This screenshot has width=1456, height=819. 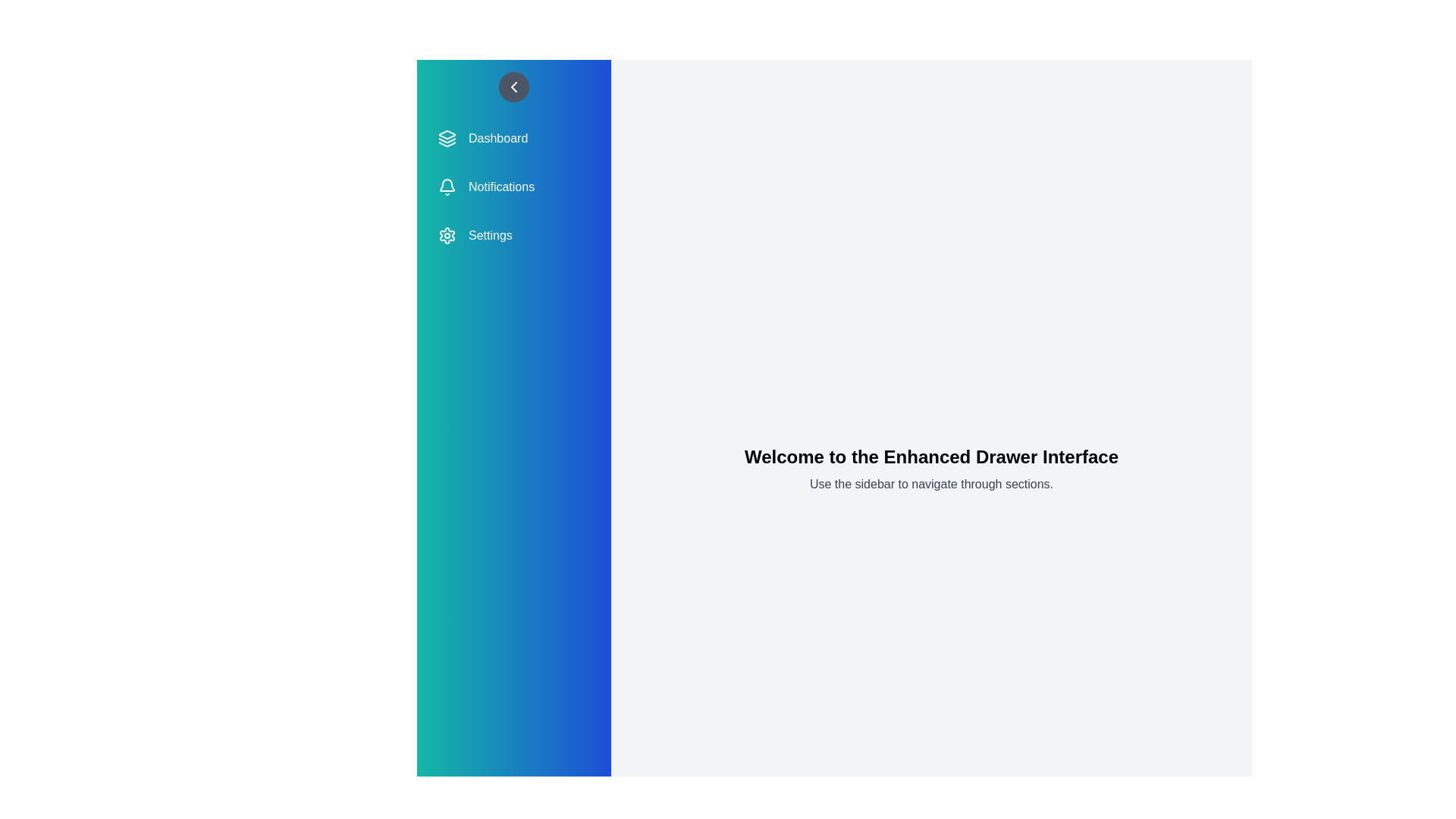 I want to click on the menu item Settings from the sidebar, so click(x=513, y=236).